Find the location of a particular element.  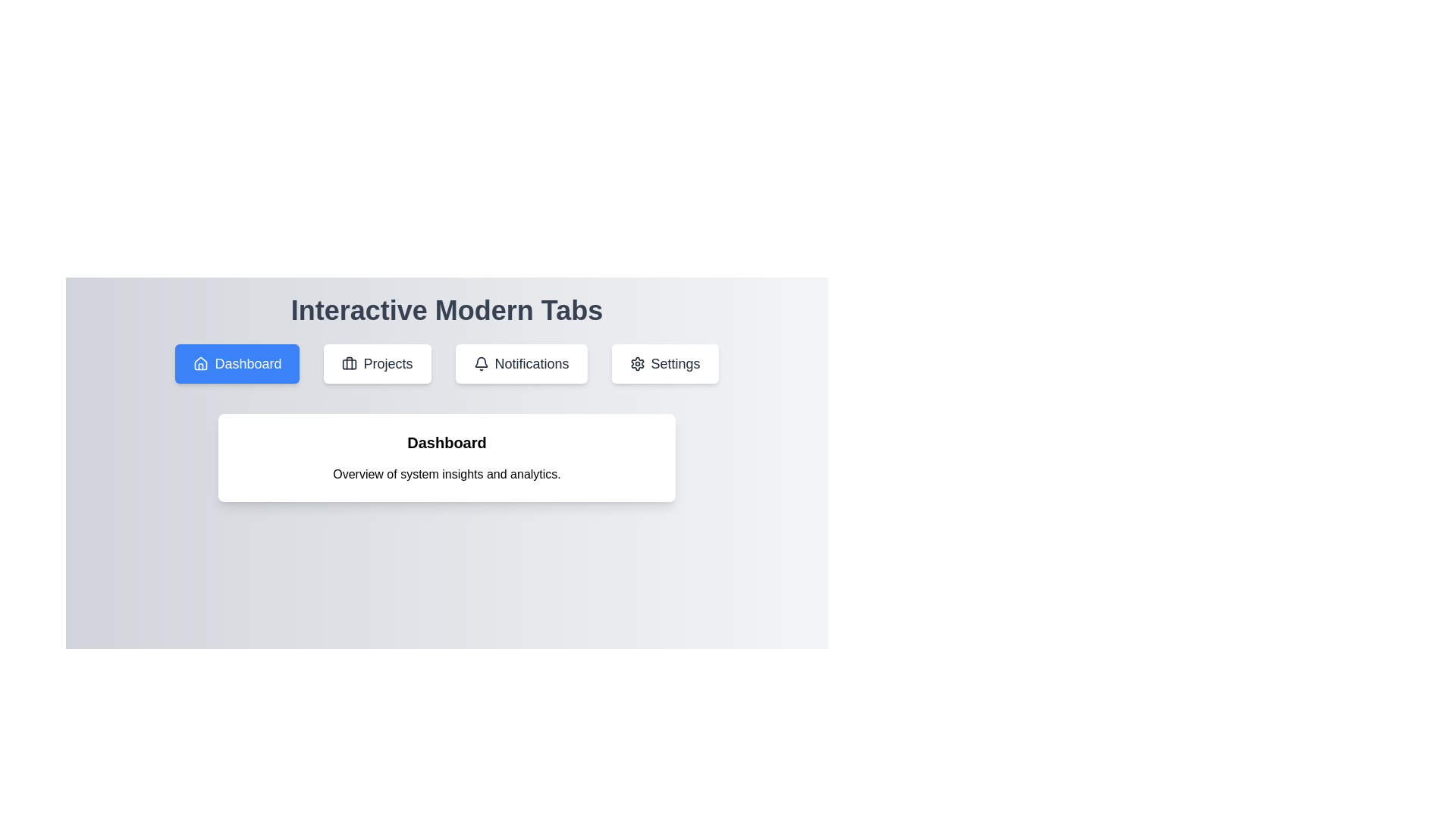

the blue 'Dashboard' button with a house icon is located at coordinates (237, 363).